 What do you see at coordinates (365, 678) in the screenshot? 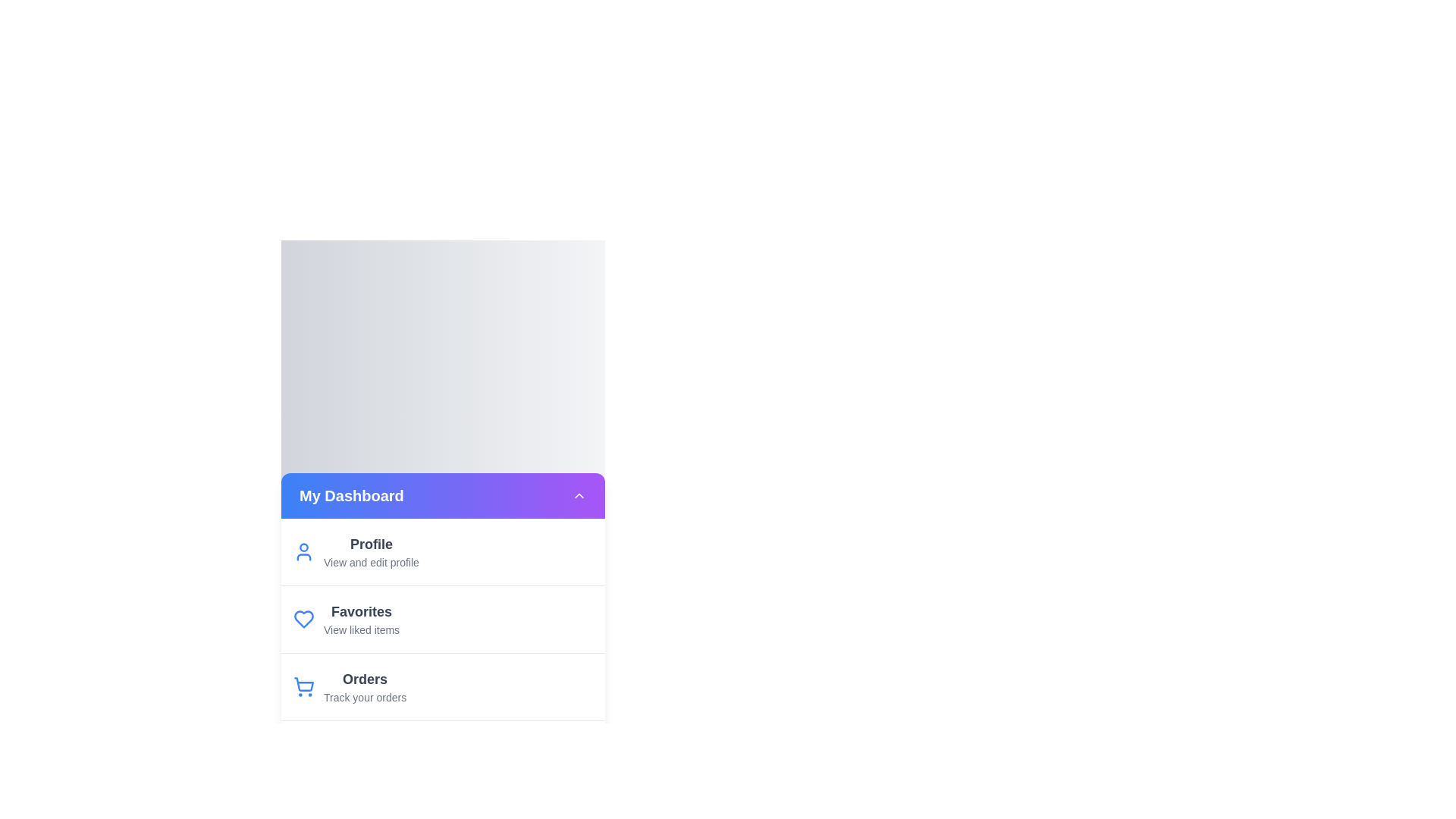
I see `the menu item labeled 'Orders' to reveal its description` at bounding box center [365, 678].